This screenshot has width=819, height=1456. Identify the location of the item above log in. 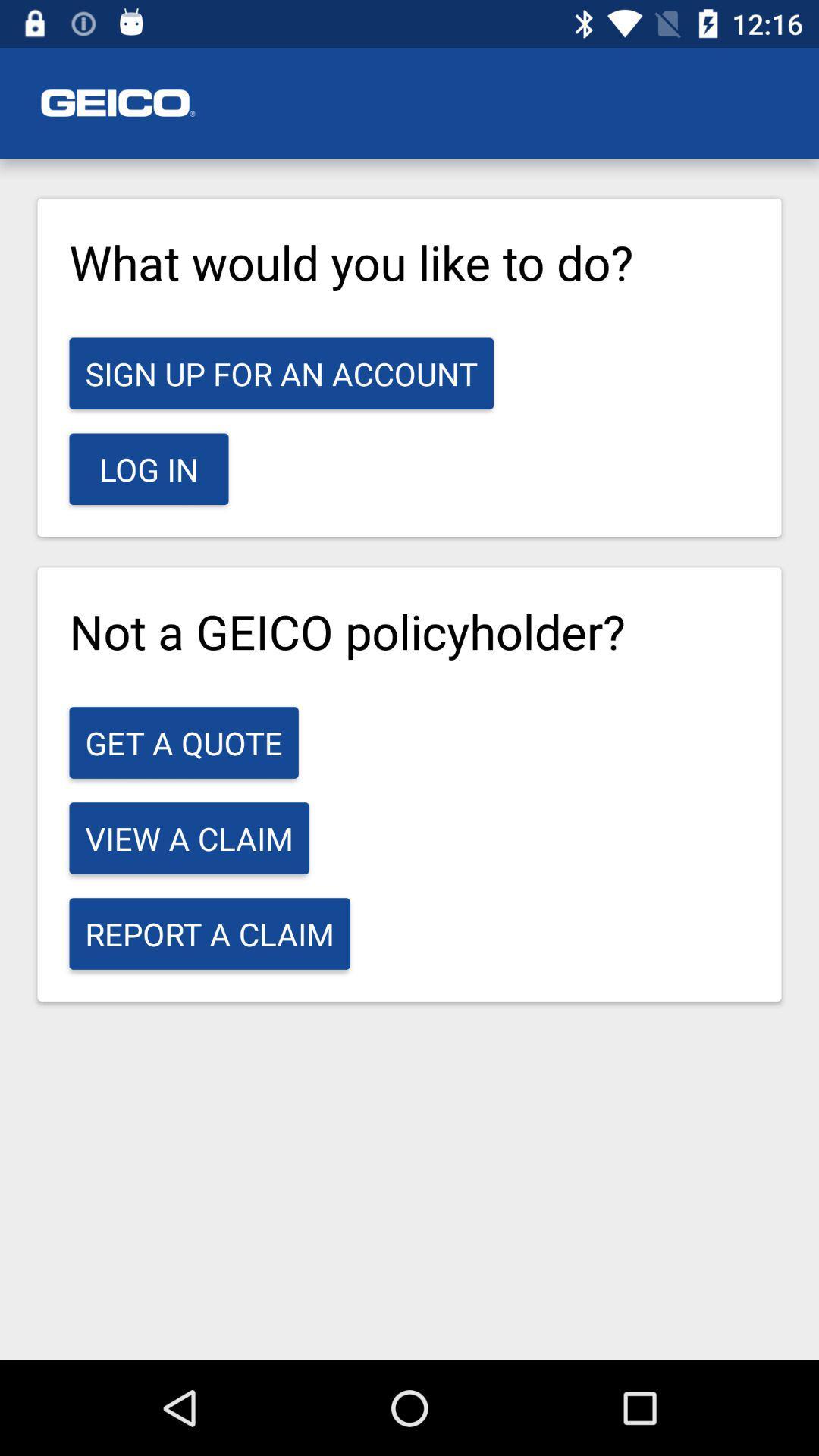
(281, 373).